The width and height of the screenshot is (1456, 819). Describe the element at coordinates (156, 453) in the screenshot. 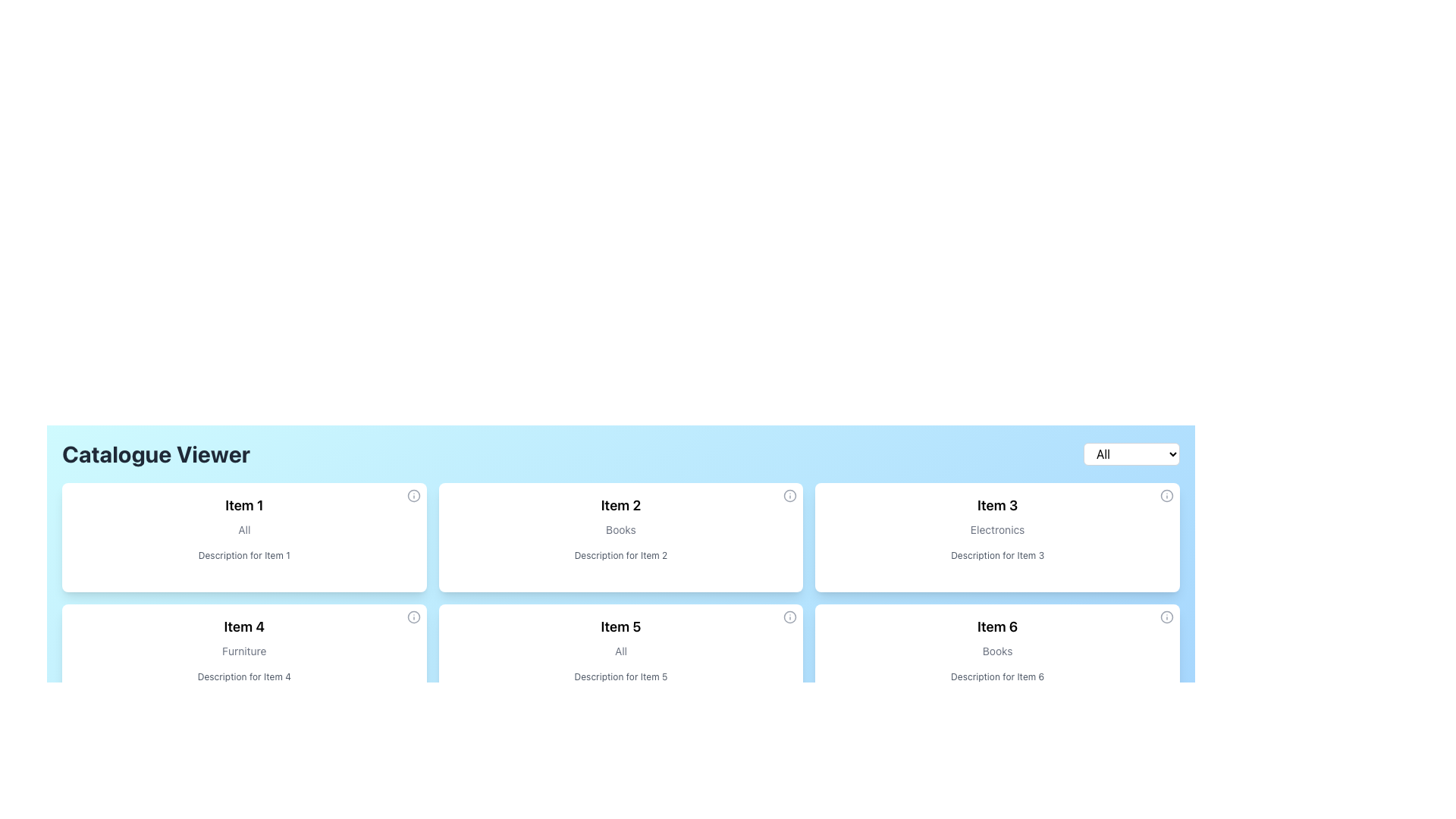

I see `the Text Label that serves as a header or title for the catalogue viewer, located at the top left of the interface` at that location.